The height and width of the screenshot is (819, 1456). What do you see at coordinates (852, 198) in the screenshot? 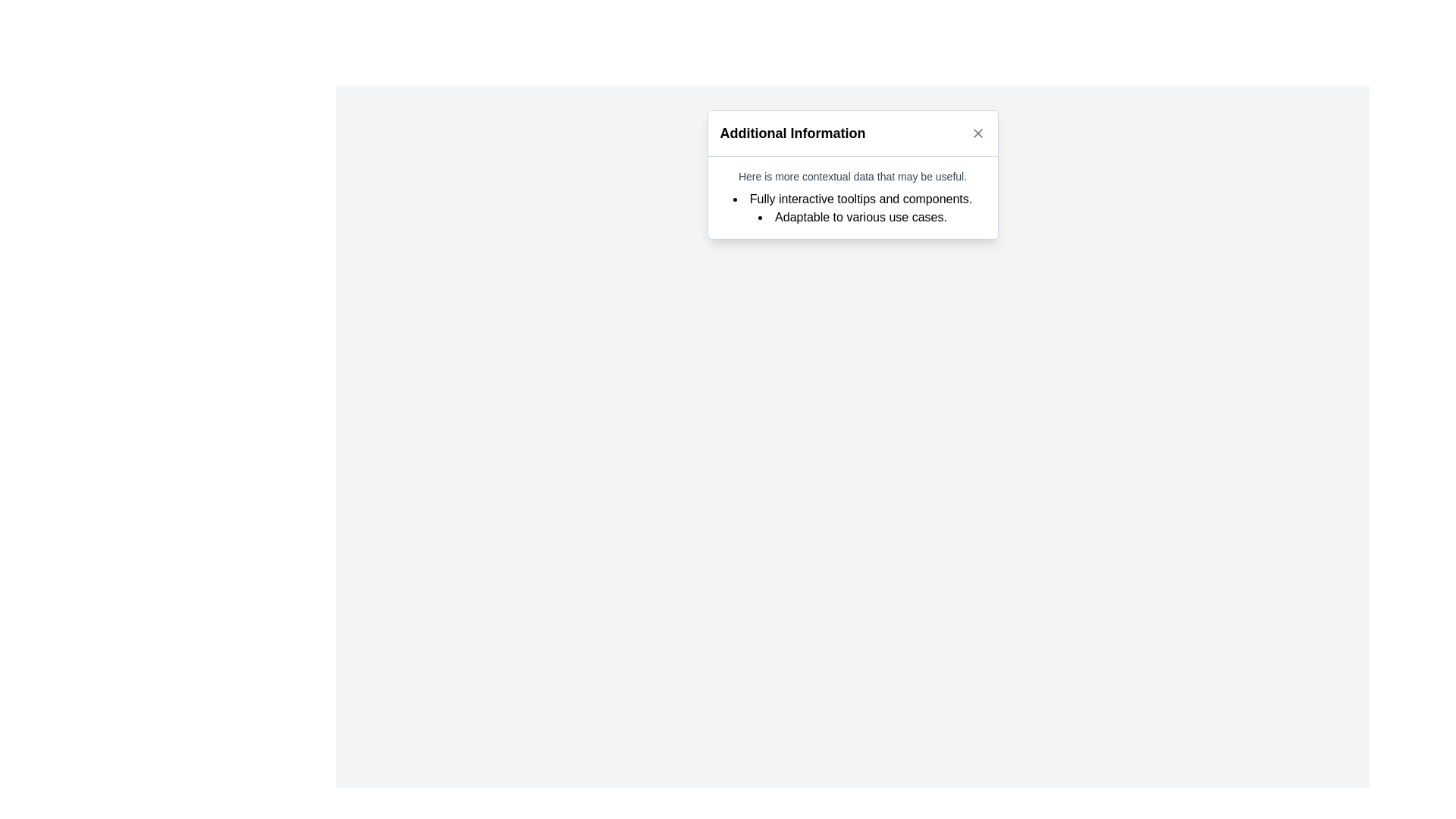
I see `the first descriptive text element in the 'Additional Information' modal, which provides information about interactive tooltips and components` at bounding box center [852, 198].